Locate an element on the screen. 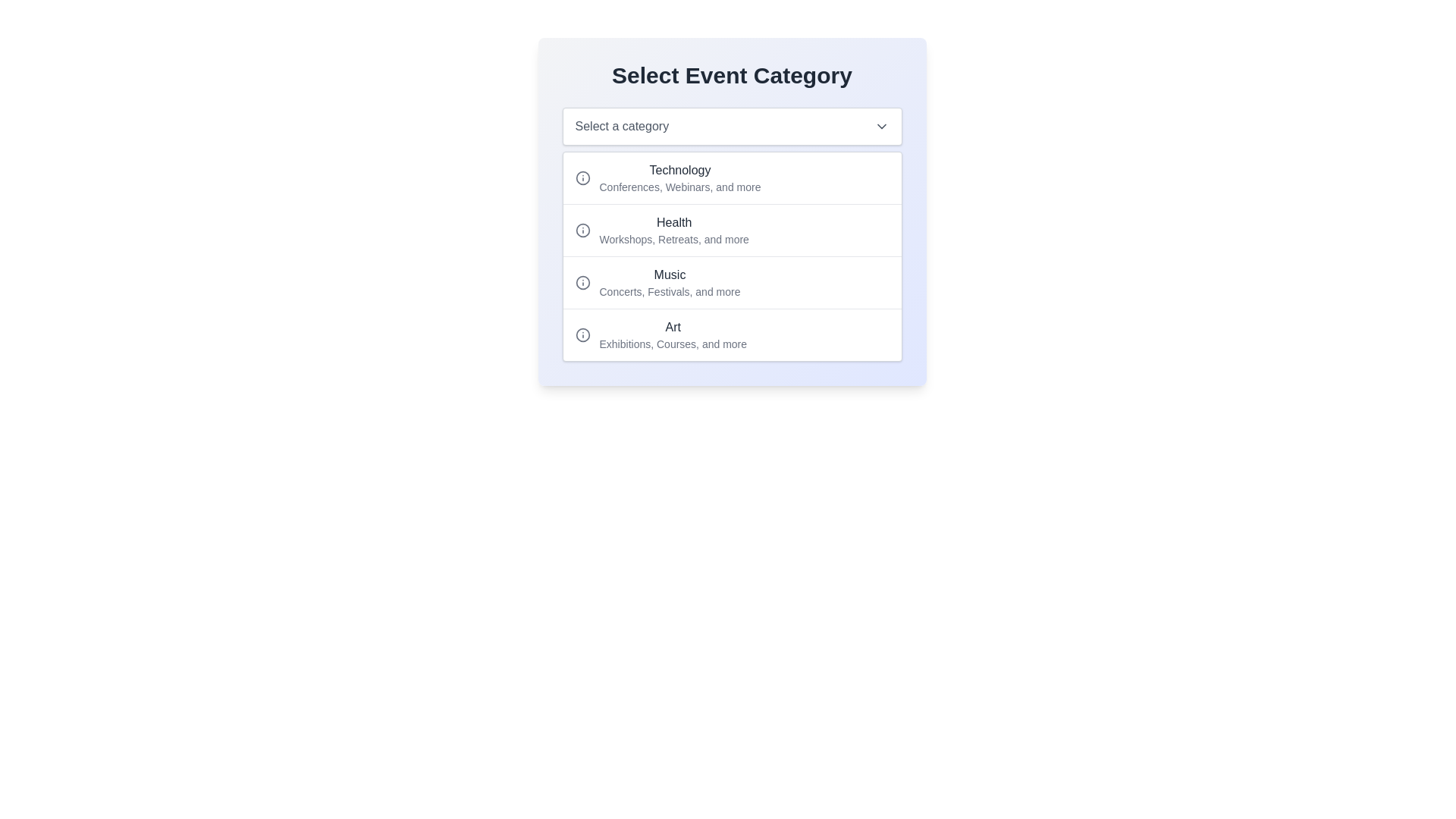  the fourth selectable category option in the list under 'Select Event Category' is located at coordinates (732, 334).